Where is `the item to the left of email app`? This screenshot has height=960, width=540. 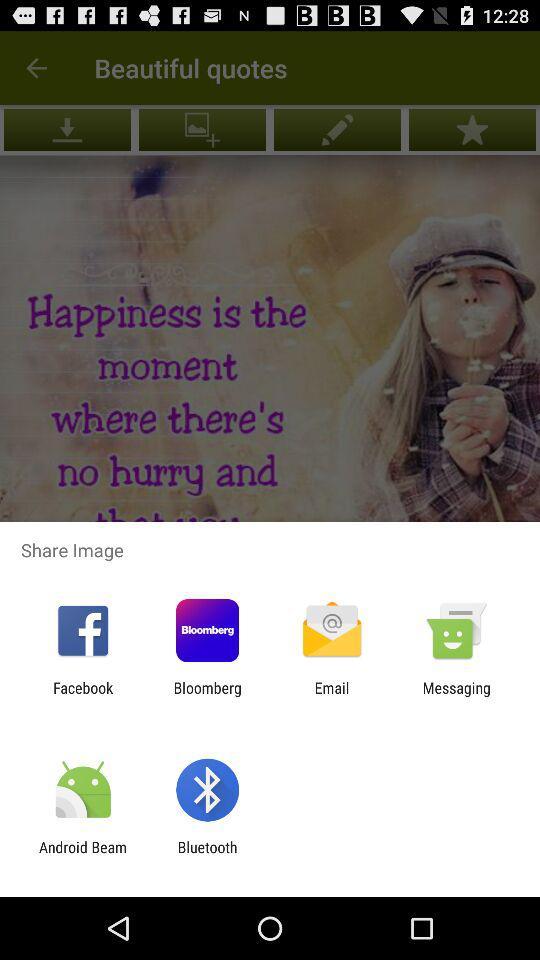 the item to the left of email app is located at coordinates (206, 696).